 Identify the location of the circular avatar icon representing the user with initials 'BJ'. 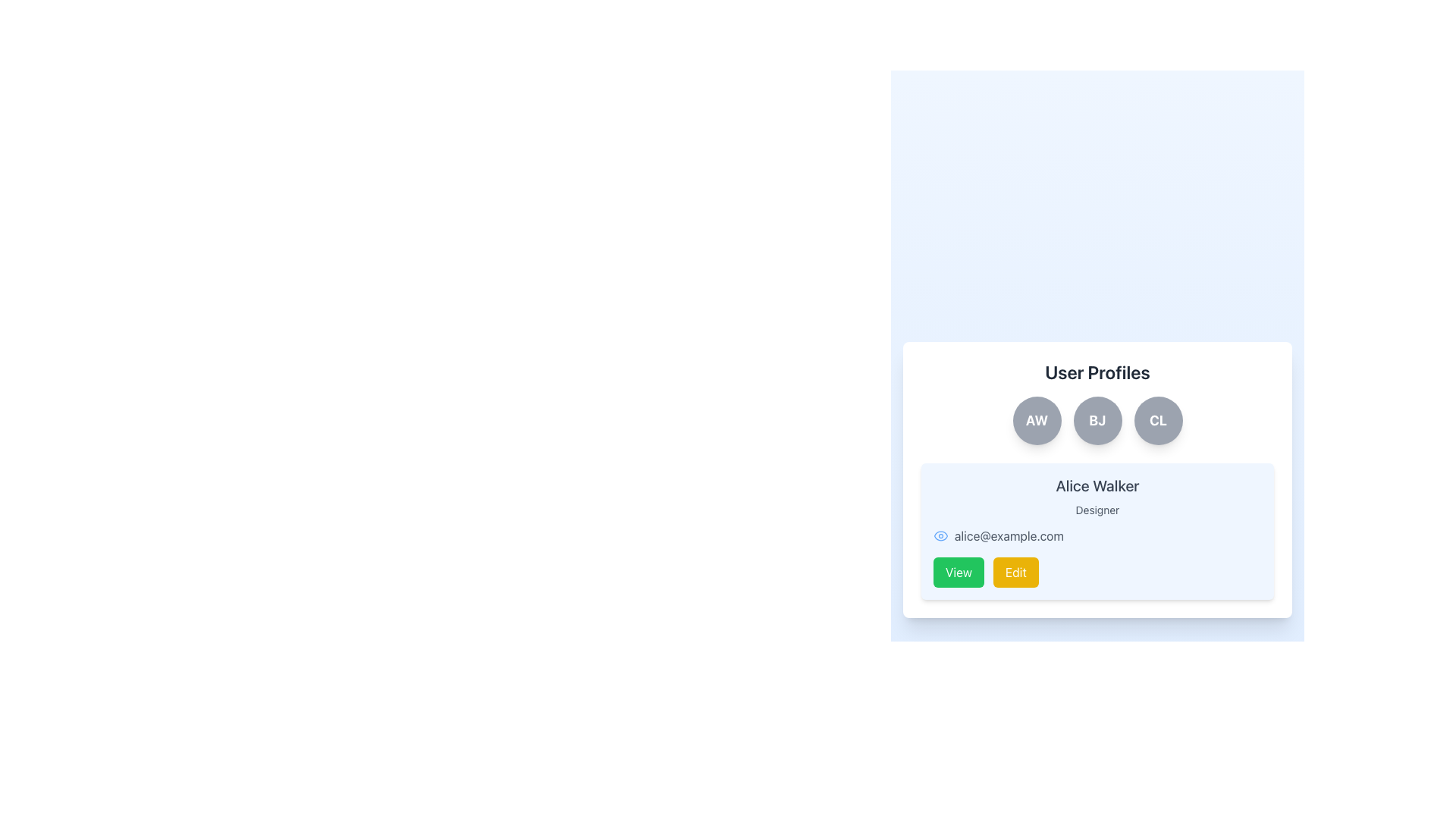
(1097, 421).